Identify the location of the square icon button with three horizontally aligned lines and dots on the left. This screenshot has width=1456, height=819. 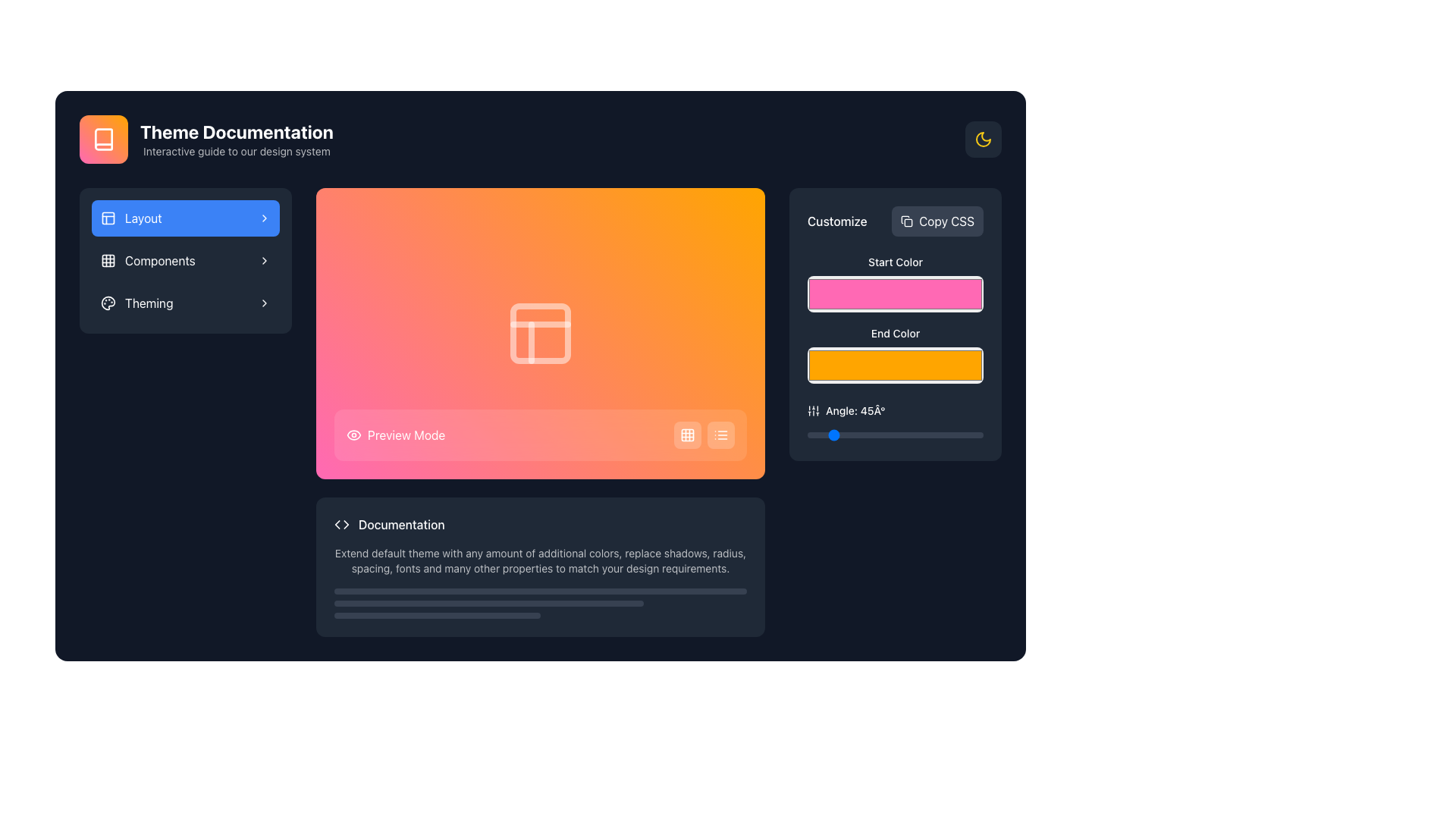
(720, 435).